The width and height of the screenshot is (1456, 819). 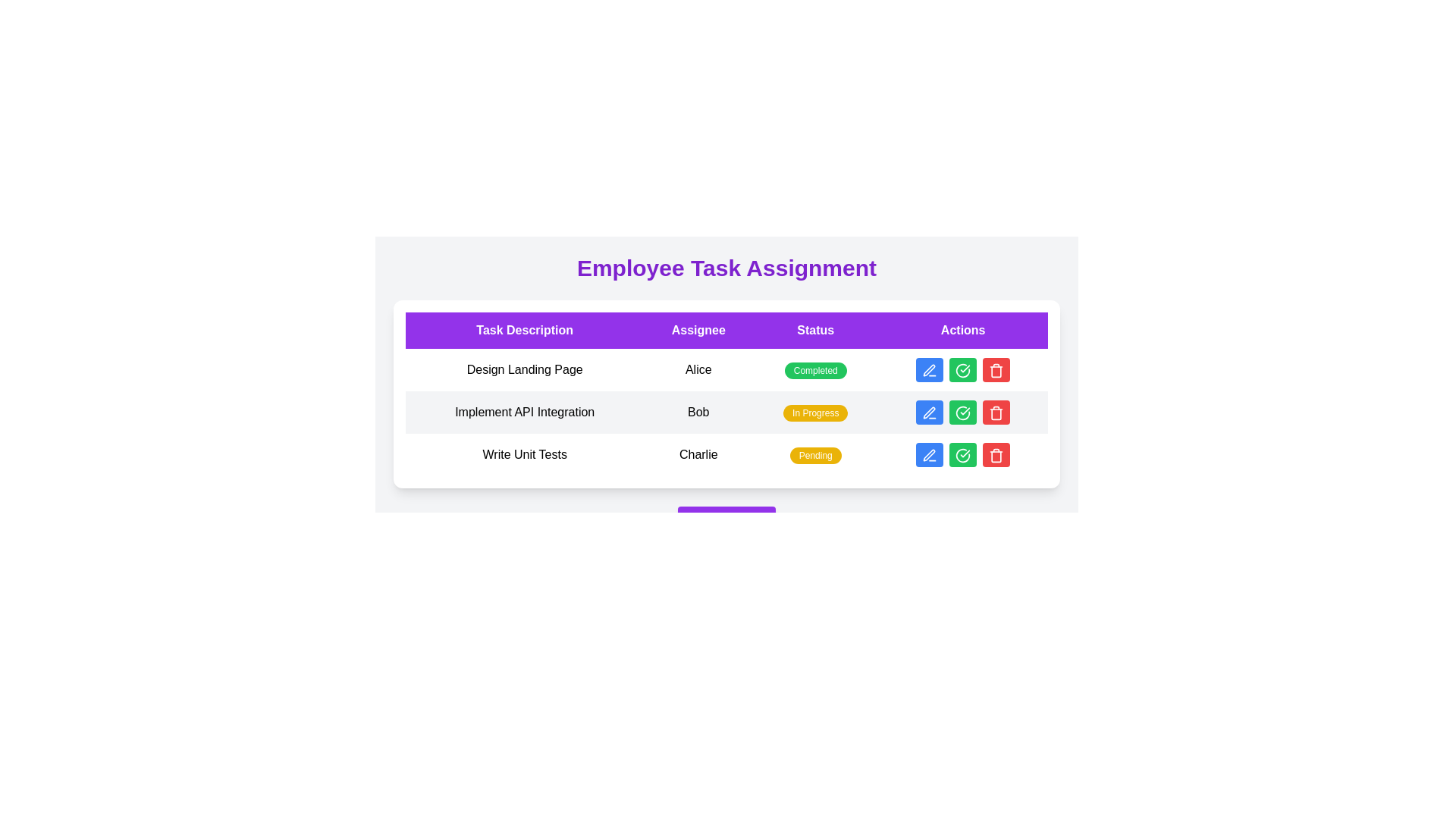 What do you see at coordinates (962, 370) in the screenshot?
I see `the confirmation icon located in the 'Actions' column of the first row under the 'Design Landing Page' task description` at bounding box center [962, 370].